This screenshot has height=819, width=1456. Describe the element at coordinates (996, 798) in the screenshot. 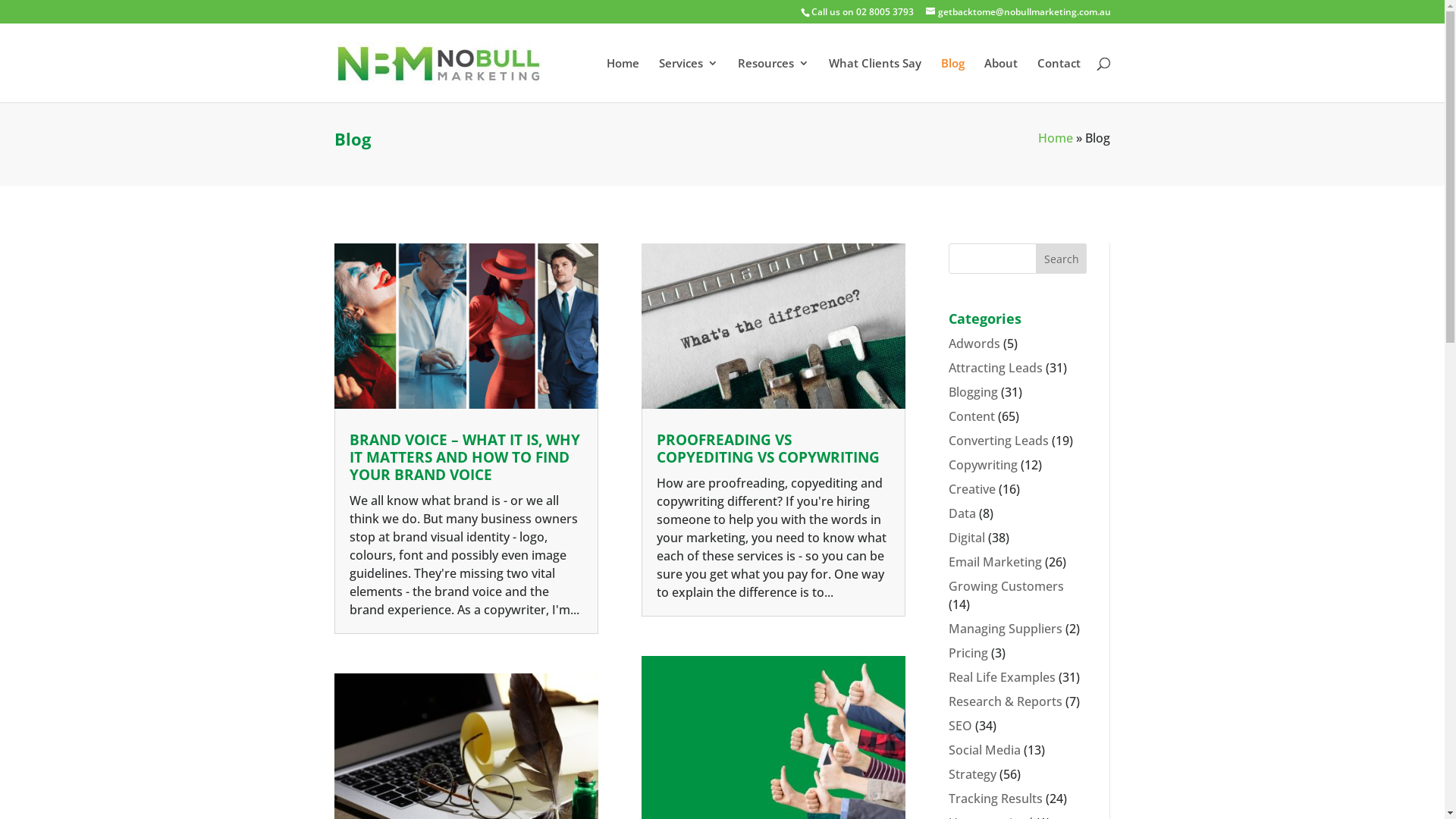

I see `'Tracking Results'` at that location.